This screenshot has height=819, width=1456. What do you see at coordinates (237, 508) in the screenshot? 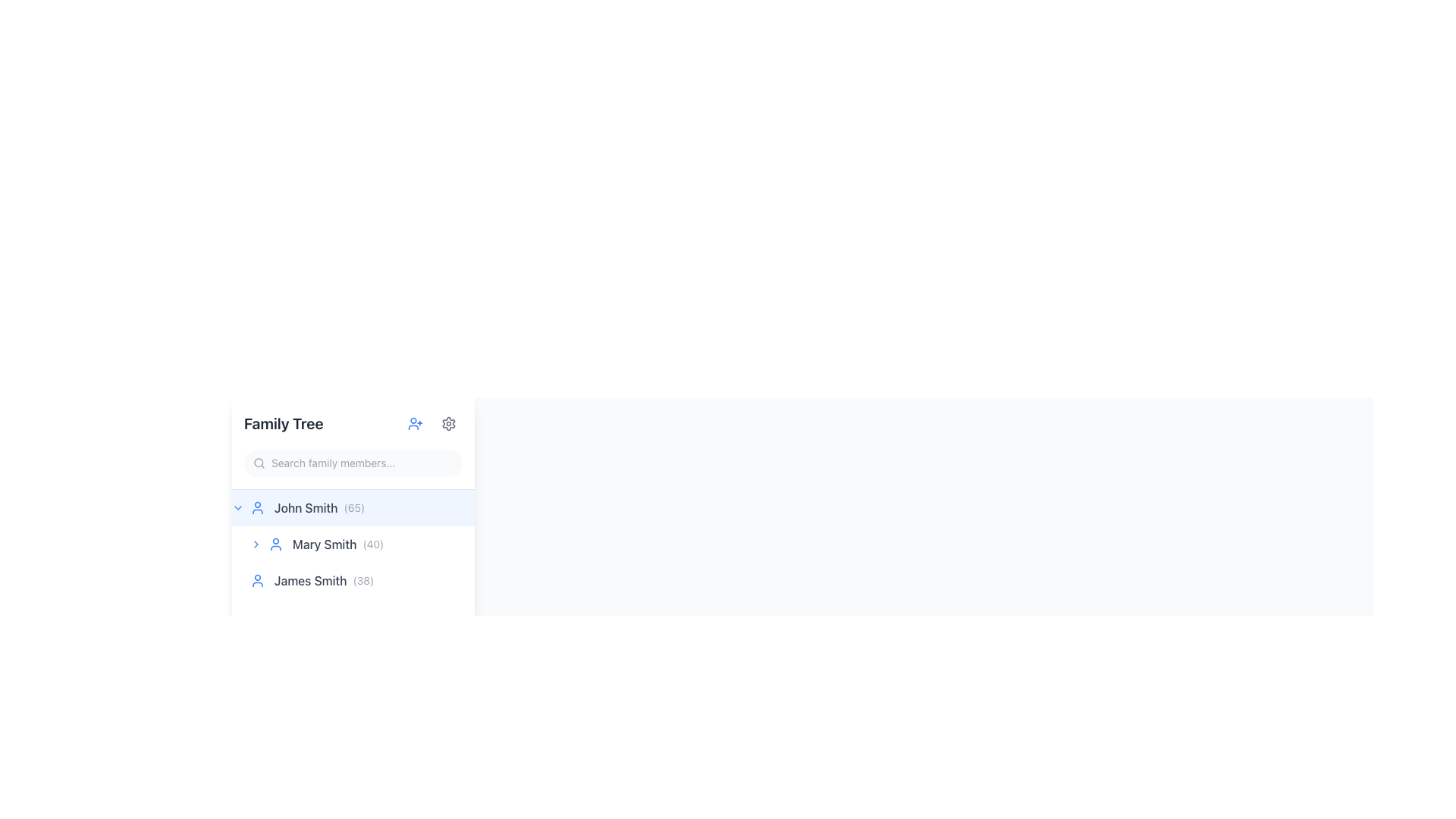
I see `the downward-facing chevron icon, which is styled with a blue stroke` at bounding box center [237, 508].